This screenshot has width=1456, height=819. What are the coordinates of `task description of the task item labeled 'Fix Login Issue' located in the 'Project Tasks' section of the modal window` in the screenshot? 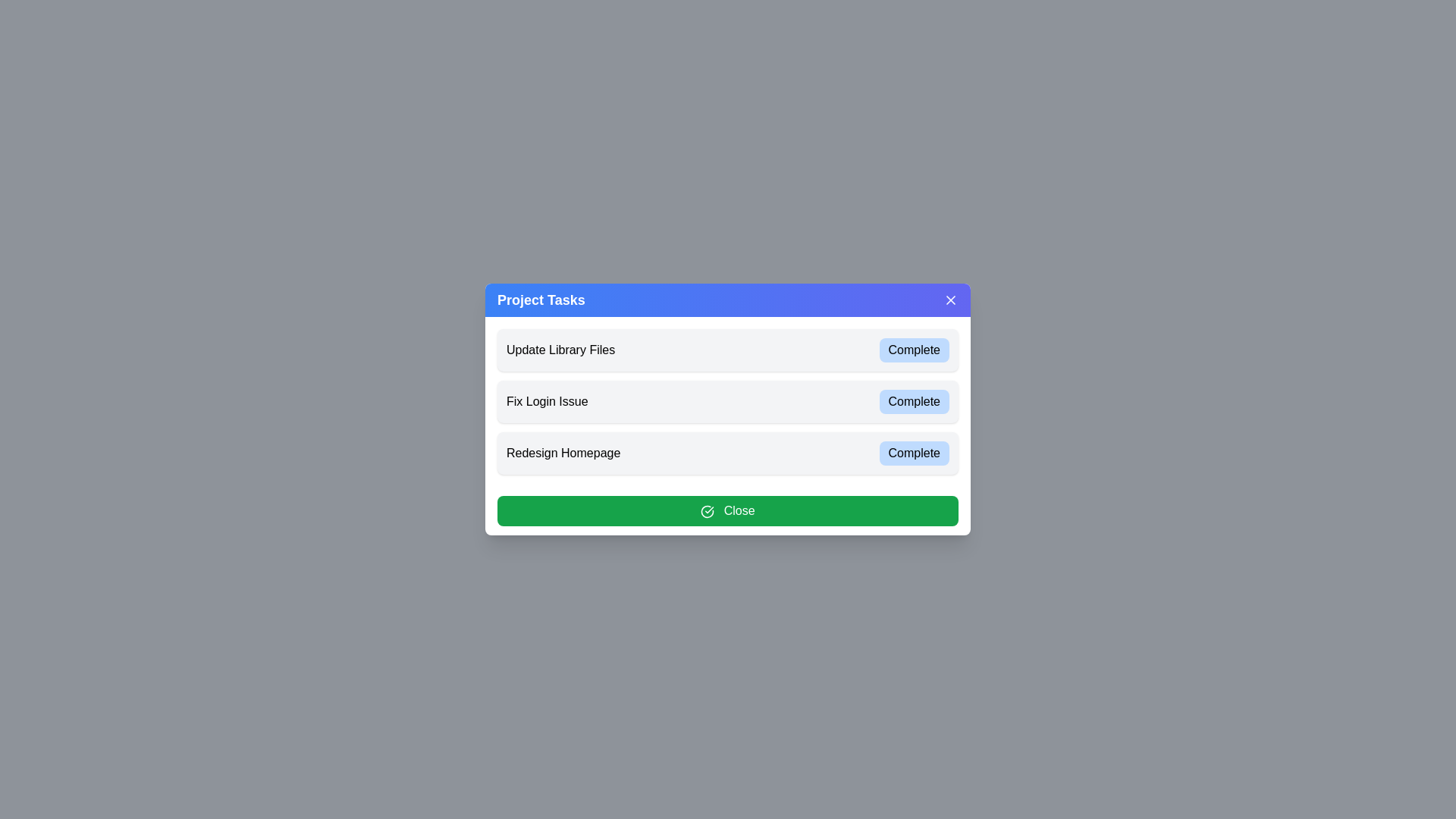 It's located at (728, 409).